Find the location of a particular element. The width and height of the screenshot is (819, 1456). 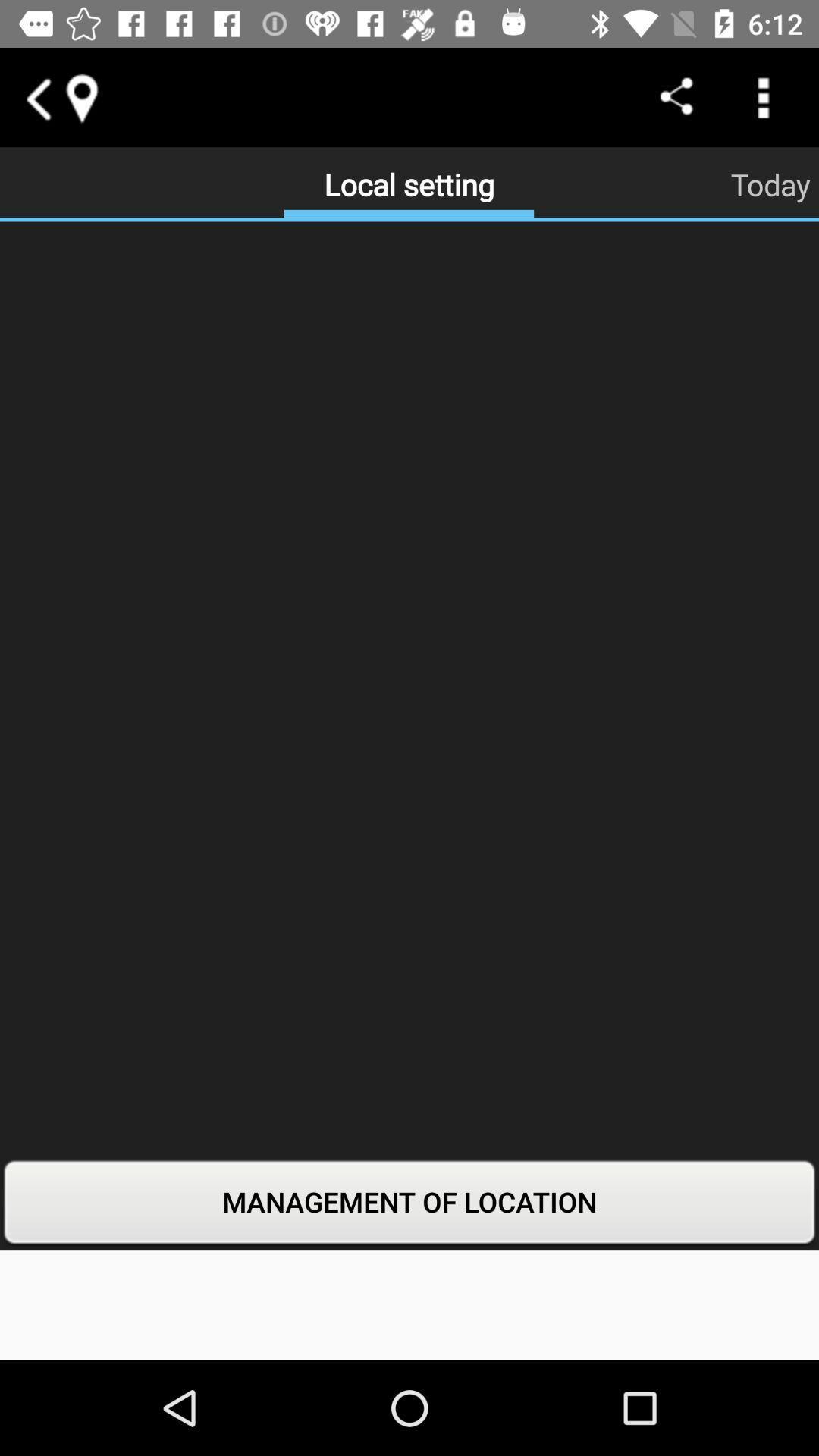

the arrow_backward icon is located at coordinates (36, 96).